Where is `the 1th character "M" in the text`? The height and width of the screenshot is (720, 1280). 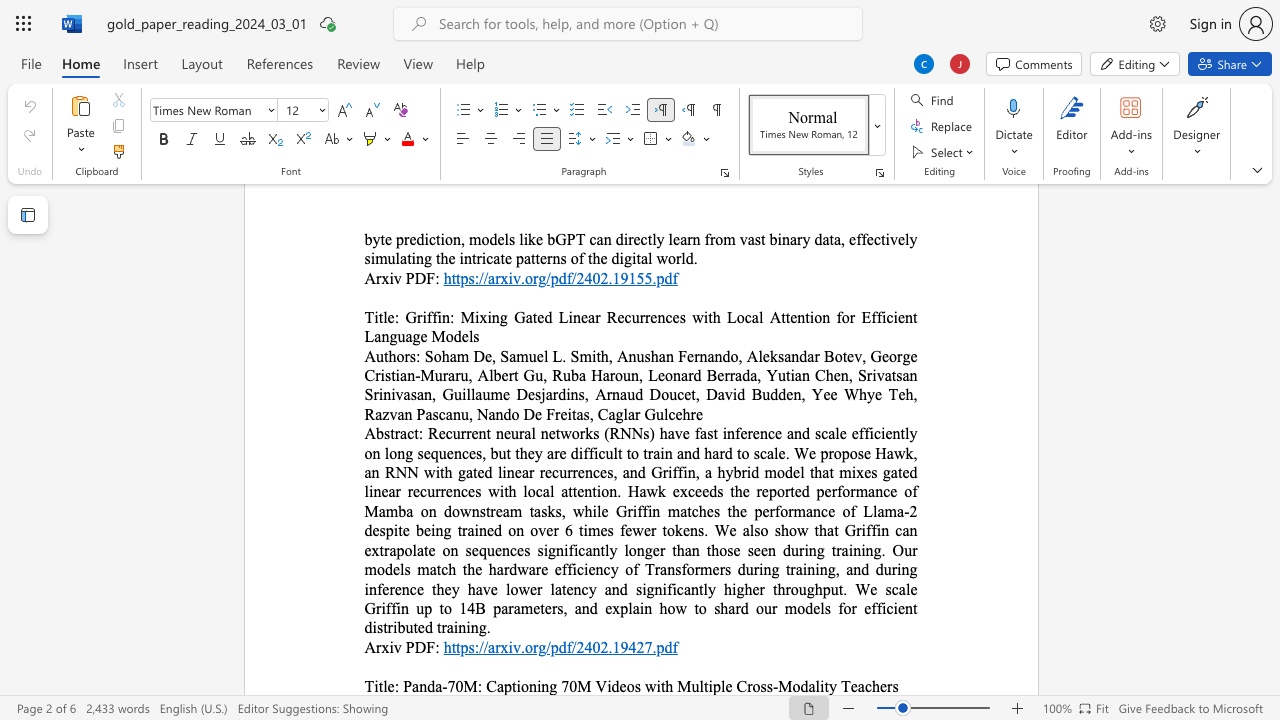 the 1th character "M" in the text is located at coordinates (469, 685).